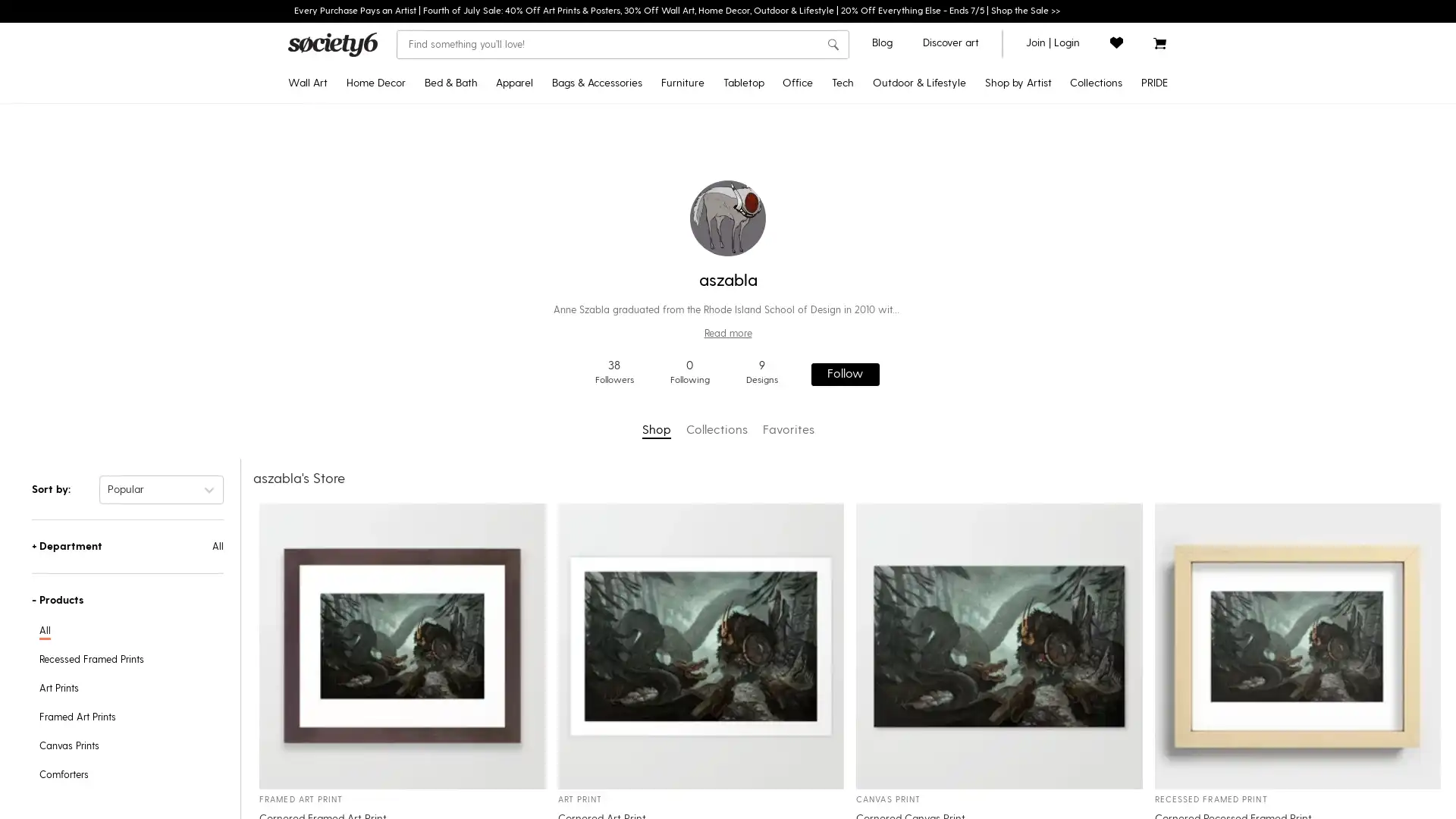 This screenshot has height=819, width=1456. I want to click on Outdoor RugsNEW, so click(939, 121).